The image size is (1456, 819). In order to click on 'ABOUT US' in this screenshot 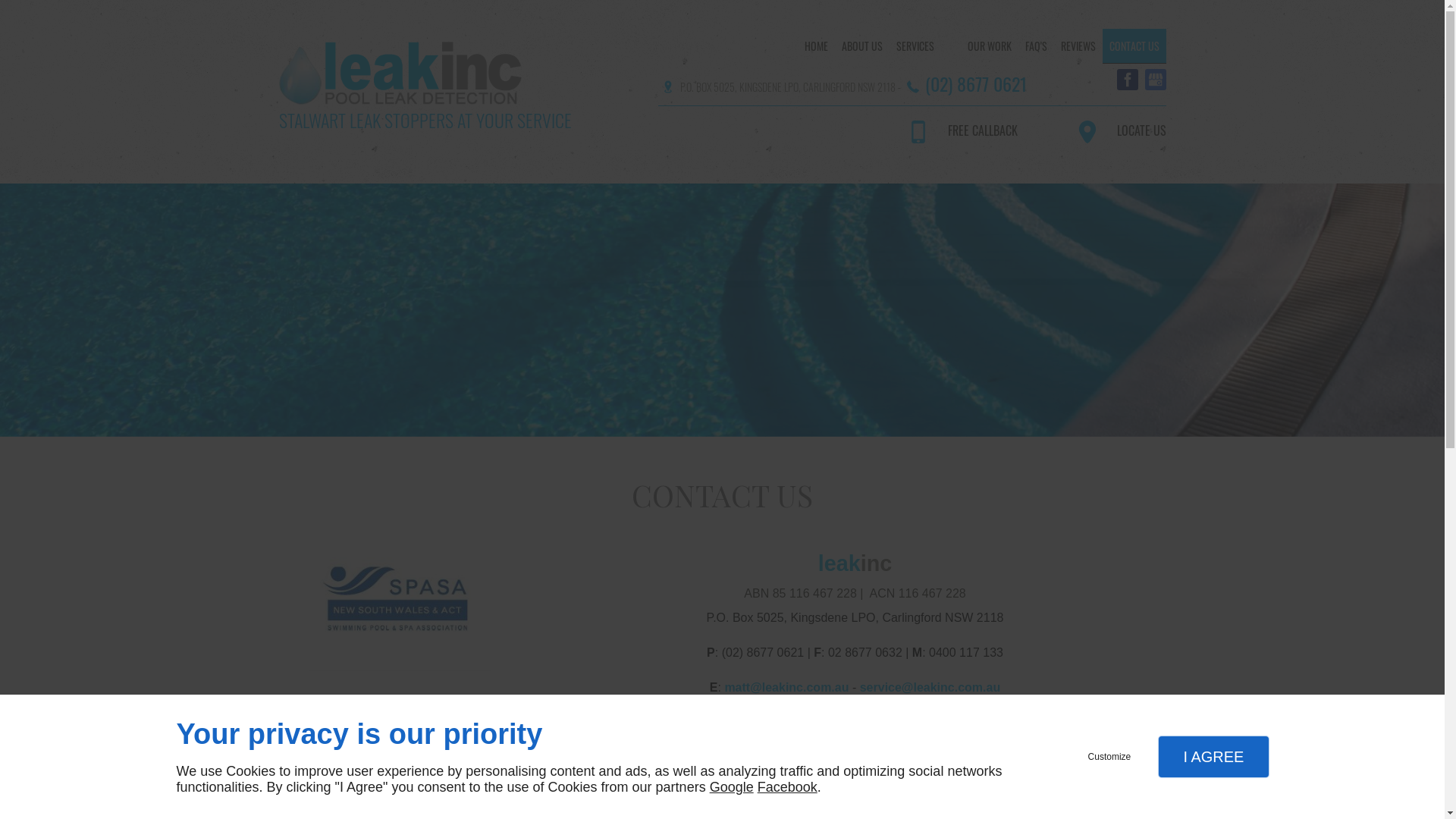, I will do `click(861, 45)`.